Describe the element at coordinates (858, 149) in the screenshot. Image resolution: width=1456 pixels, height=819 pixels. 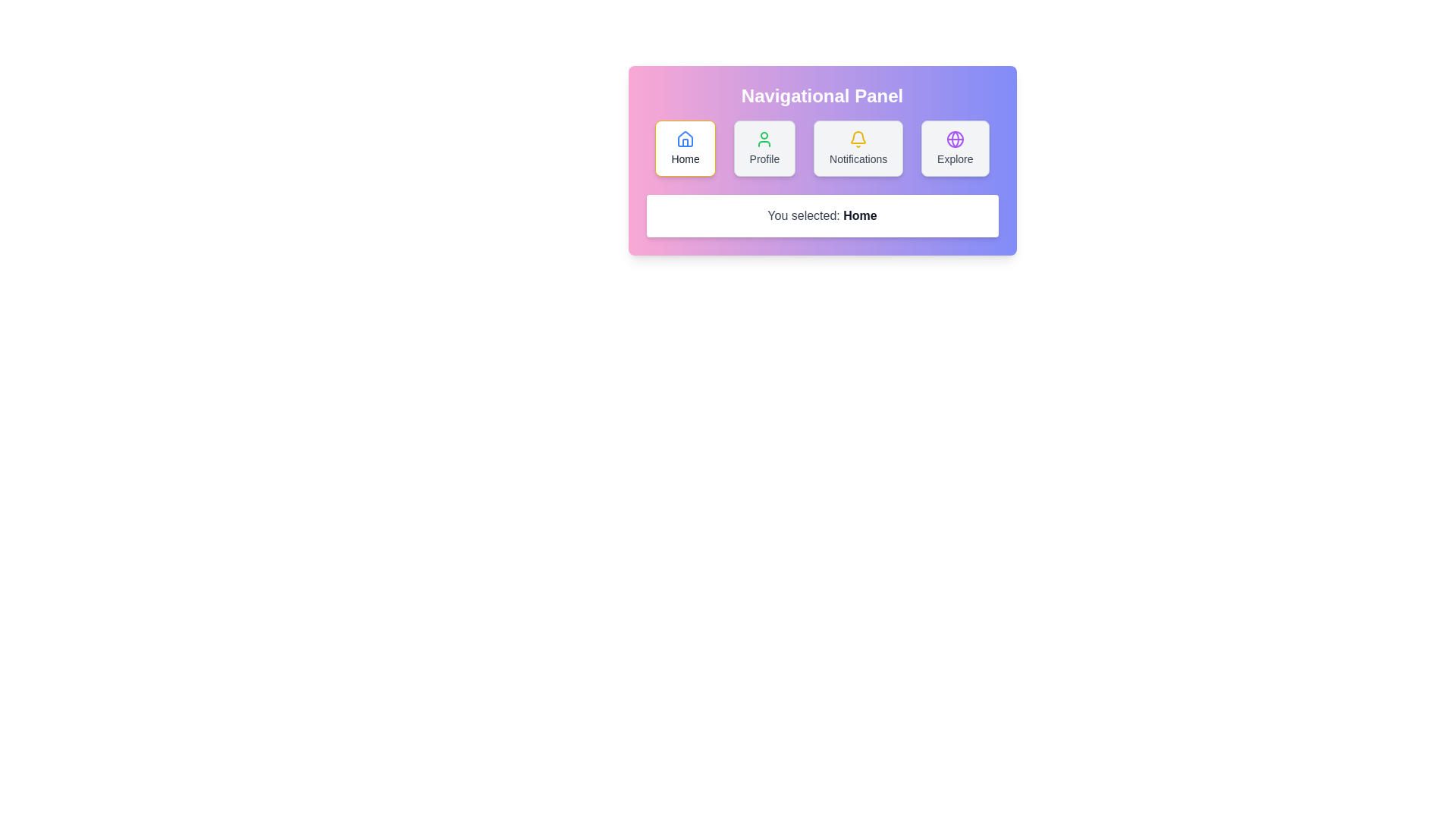
I see `the Notifications button located in the horizontal navigation bar` at that location.